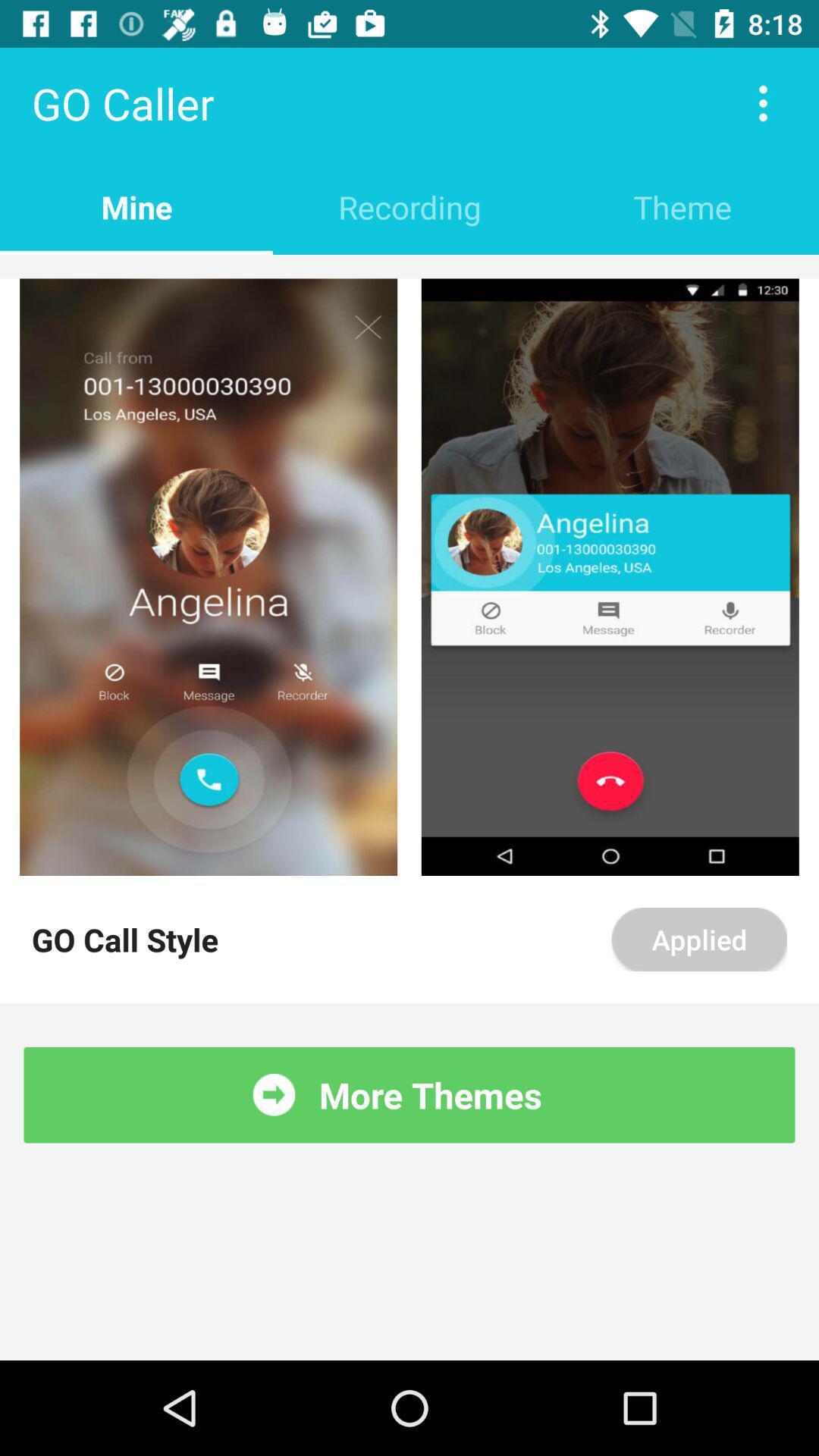 Image resolution: width=819 pixels, height=1456 pixels. I want to click on the icon next to recording icon, so click(681, 206).